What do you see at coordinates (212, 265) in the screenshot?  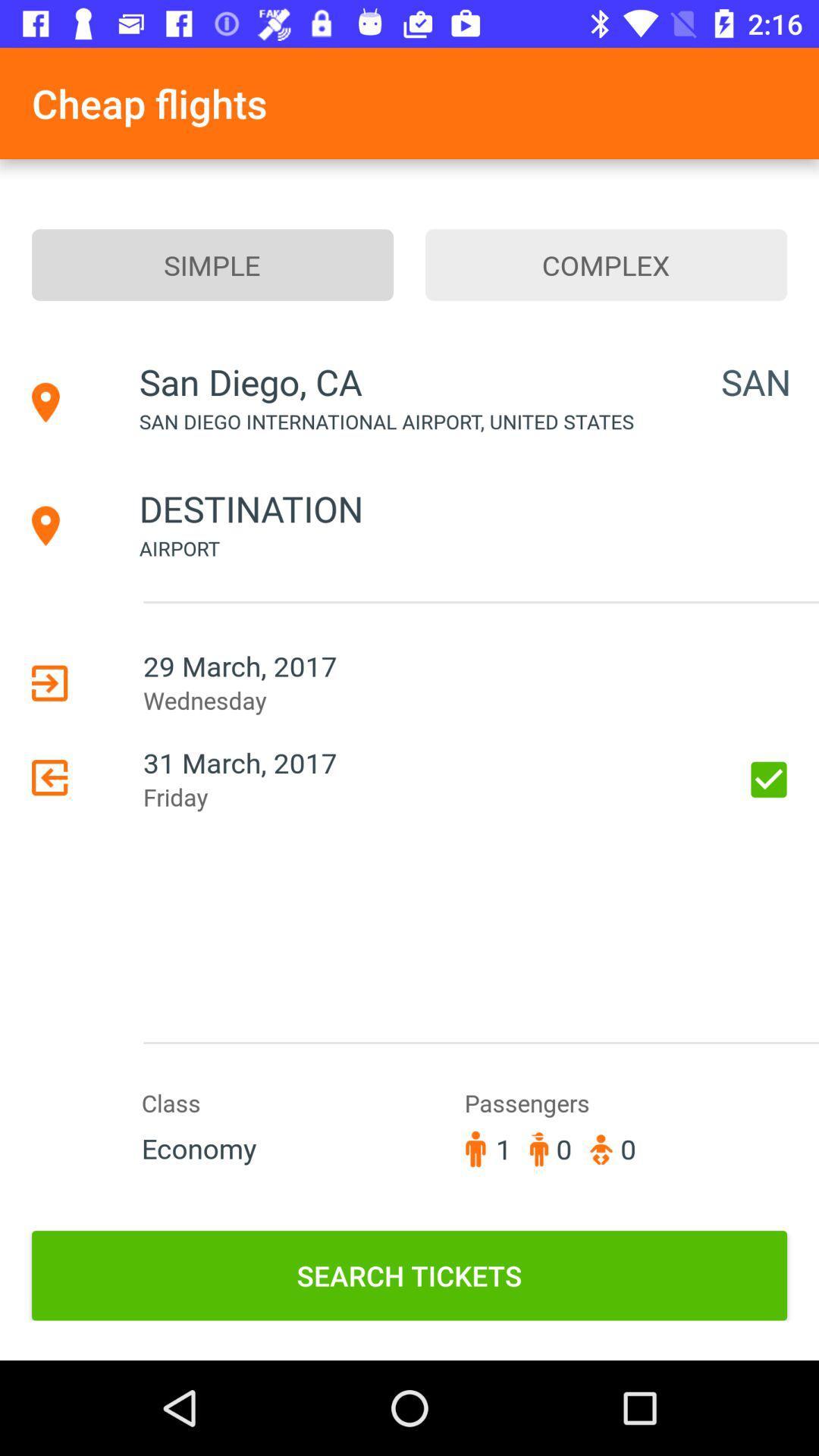 I see `icon above san diego, ca icon` at bounding box center [212, 265].